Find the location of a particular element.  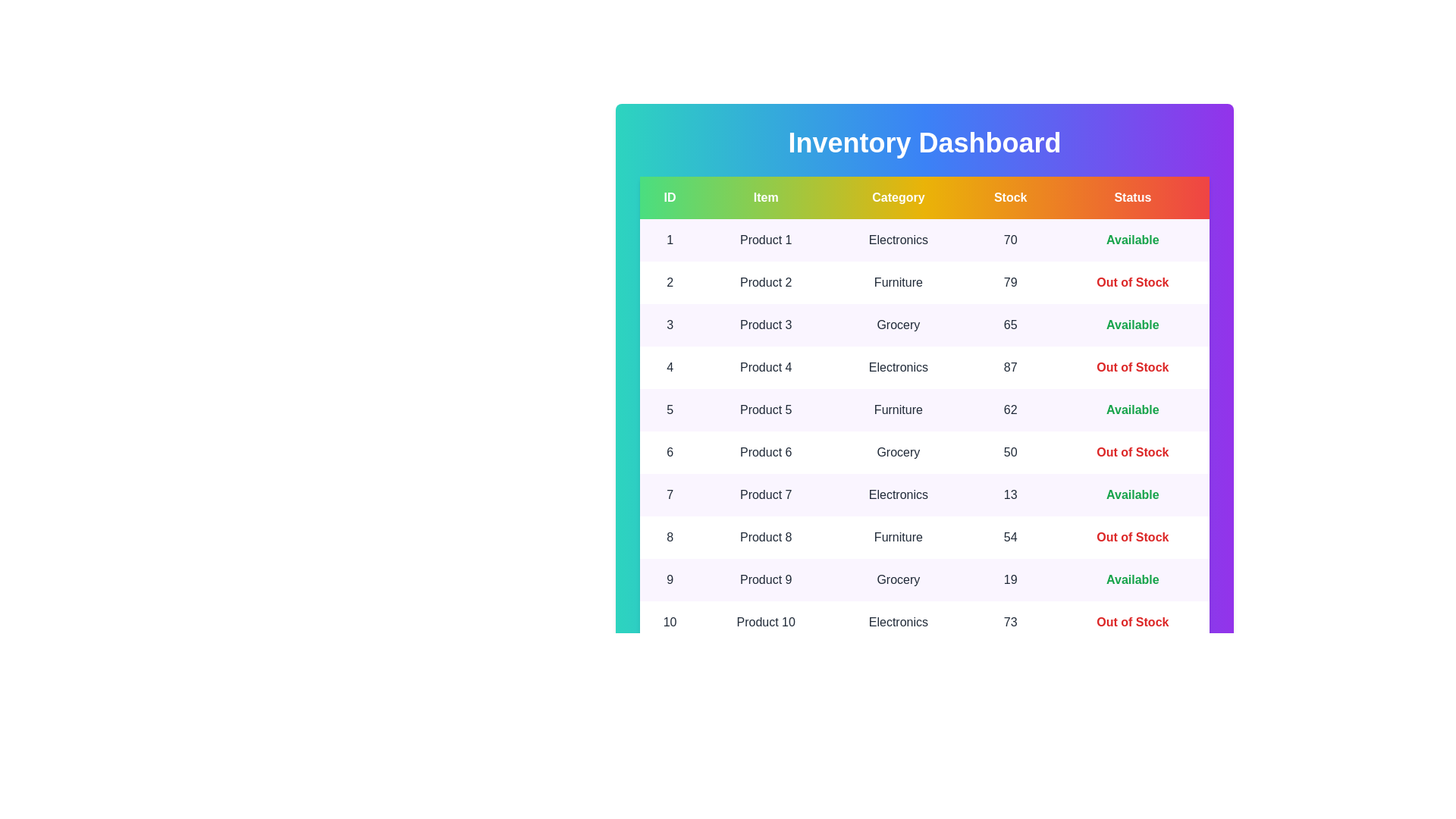

the table header Stock to sort the table by that column is located at coordinates (1010, 197).